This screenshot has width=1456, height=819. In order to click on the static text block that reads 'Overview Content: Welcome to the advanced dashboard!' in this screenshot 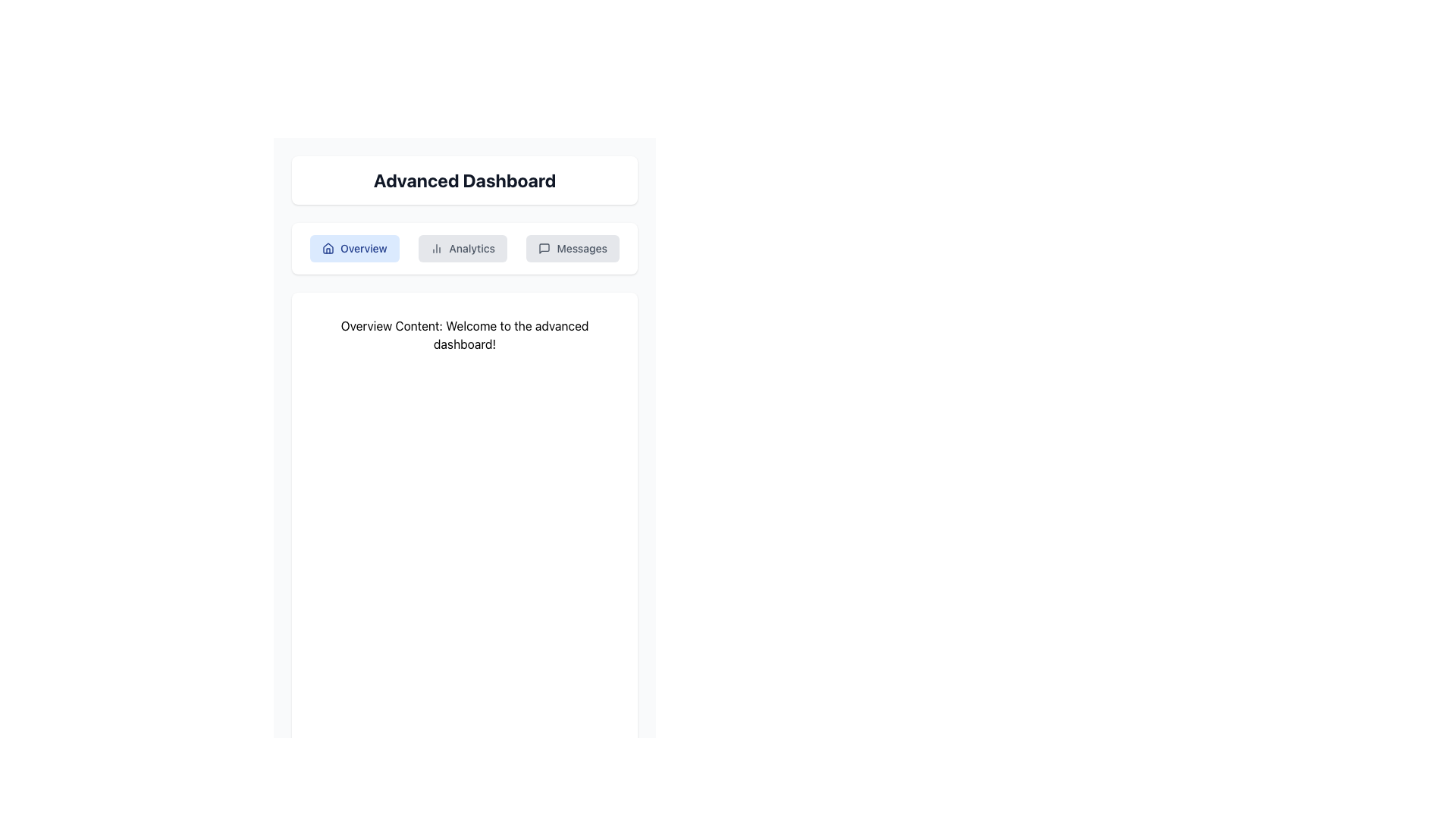, I will do `click(464, 334)`.